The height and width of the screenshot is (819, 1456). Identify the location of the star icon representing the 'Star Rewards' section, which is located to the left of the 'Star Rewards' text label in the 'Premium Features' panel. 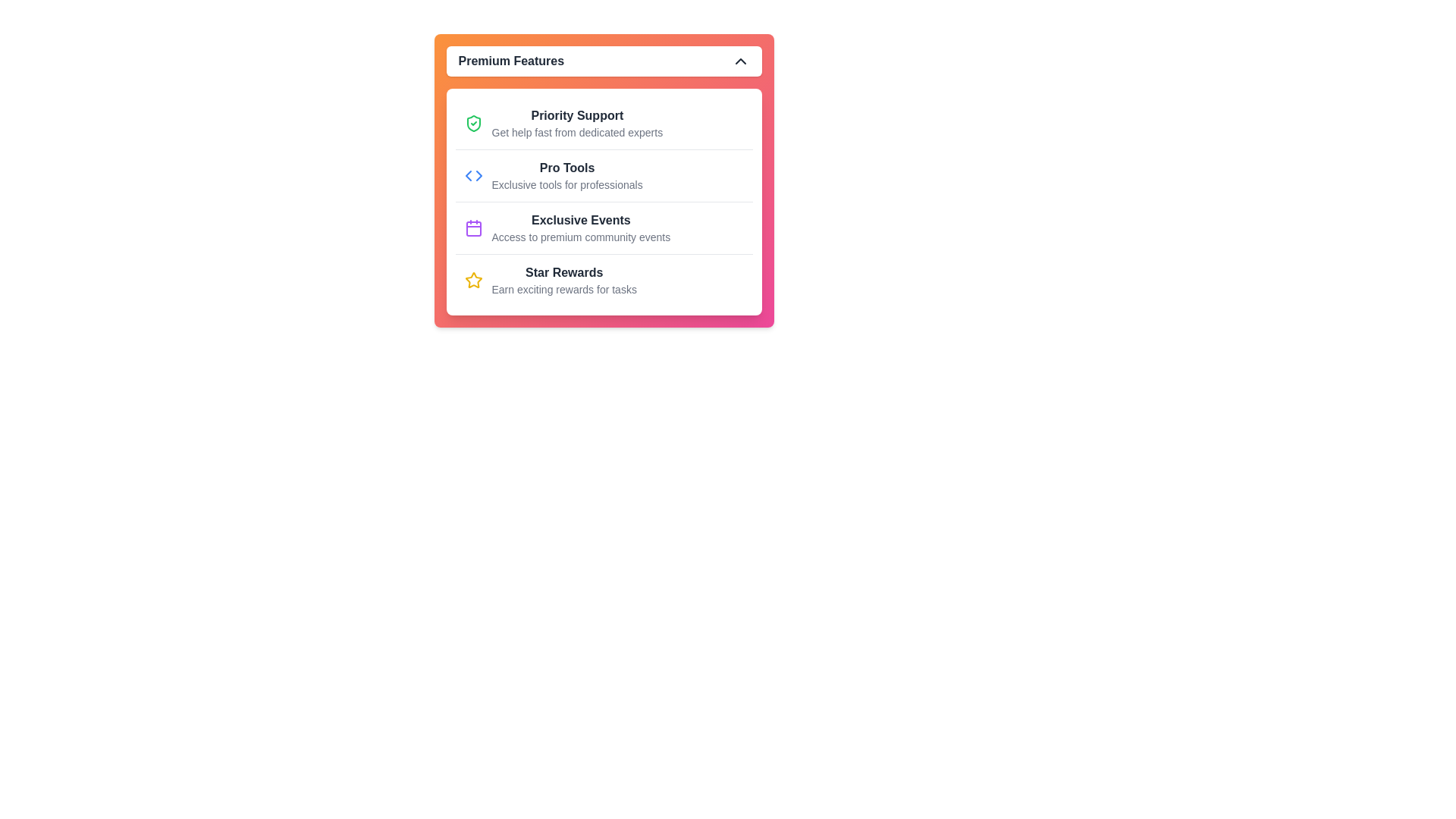
(472, 281).